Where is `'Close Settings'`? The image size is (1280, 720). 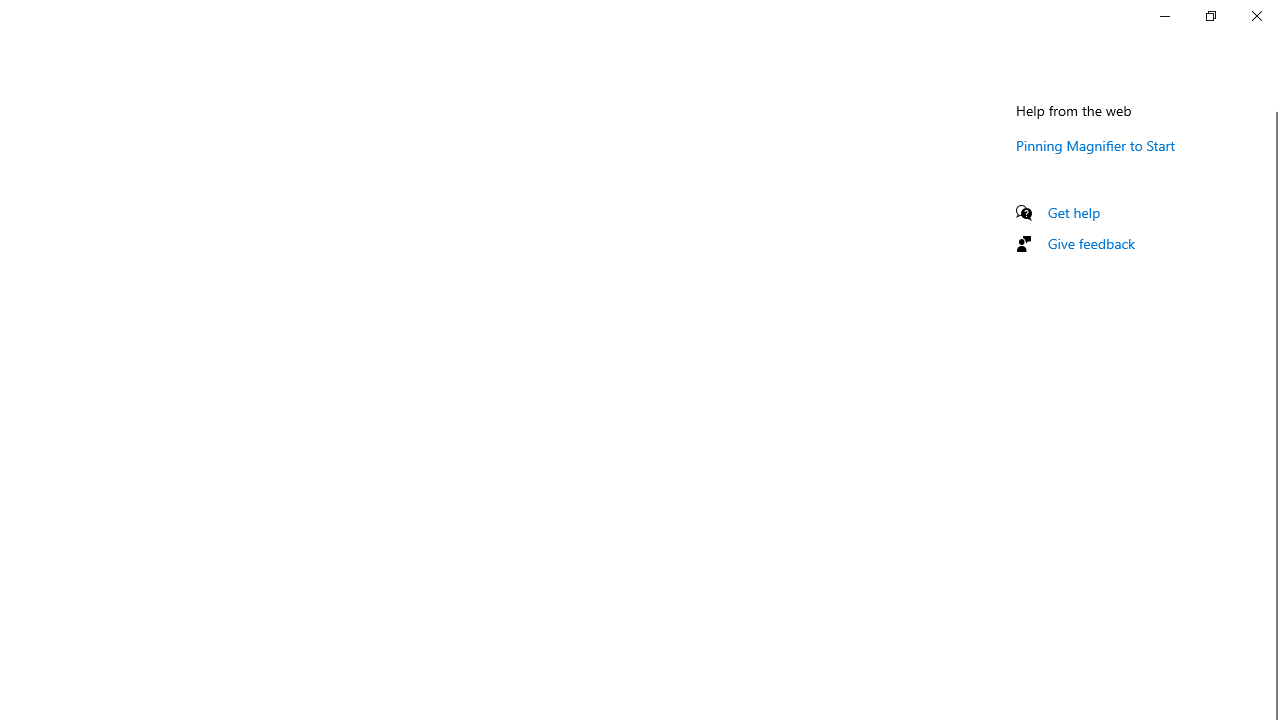 'Close Settings' is located at coordinates (1255, 15).